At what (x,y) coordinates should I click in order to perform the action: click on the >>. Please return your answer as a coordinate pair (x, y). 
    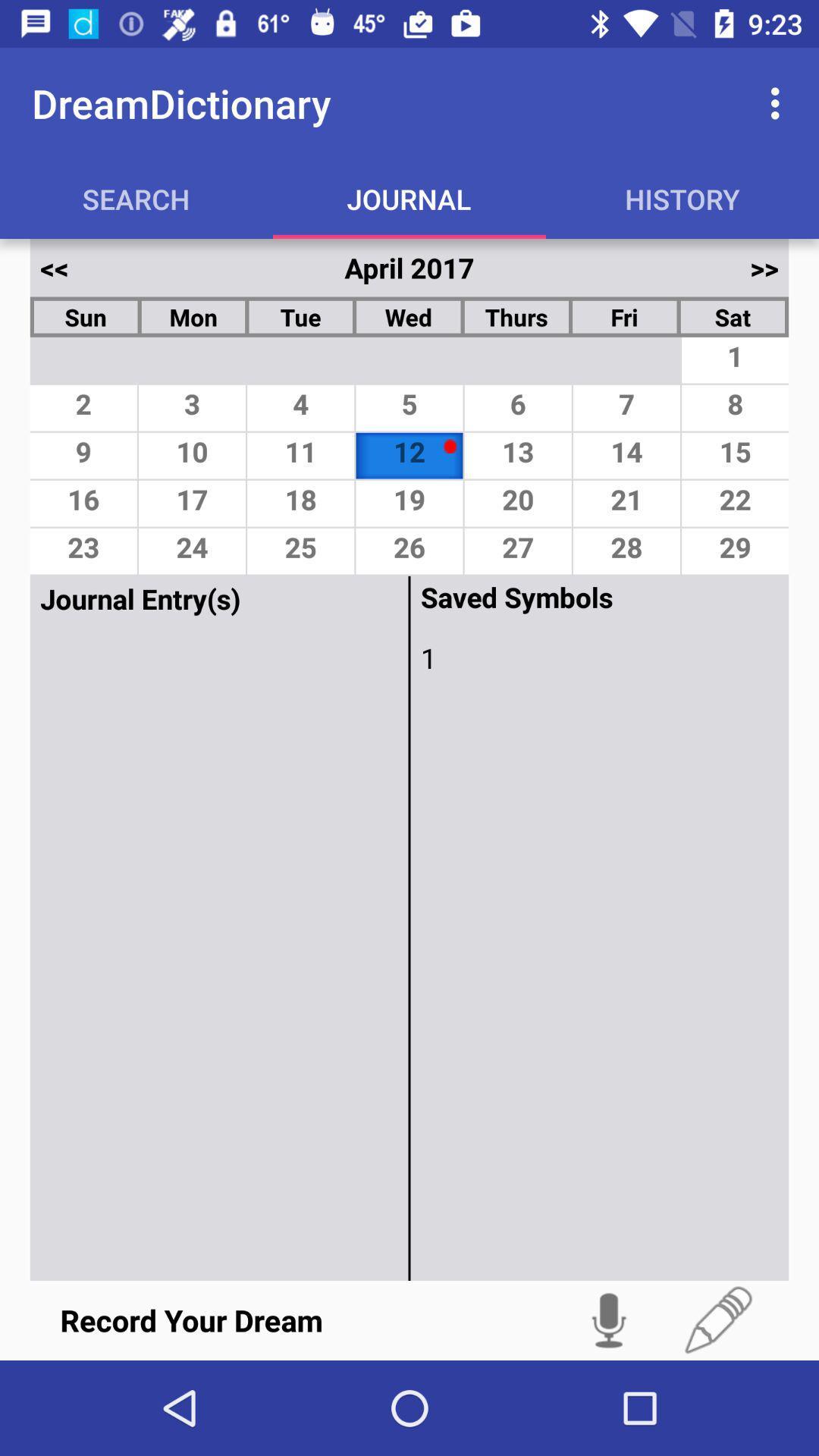
    Looking at the image, I should click on (764, 268).